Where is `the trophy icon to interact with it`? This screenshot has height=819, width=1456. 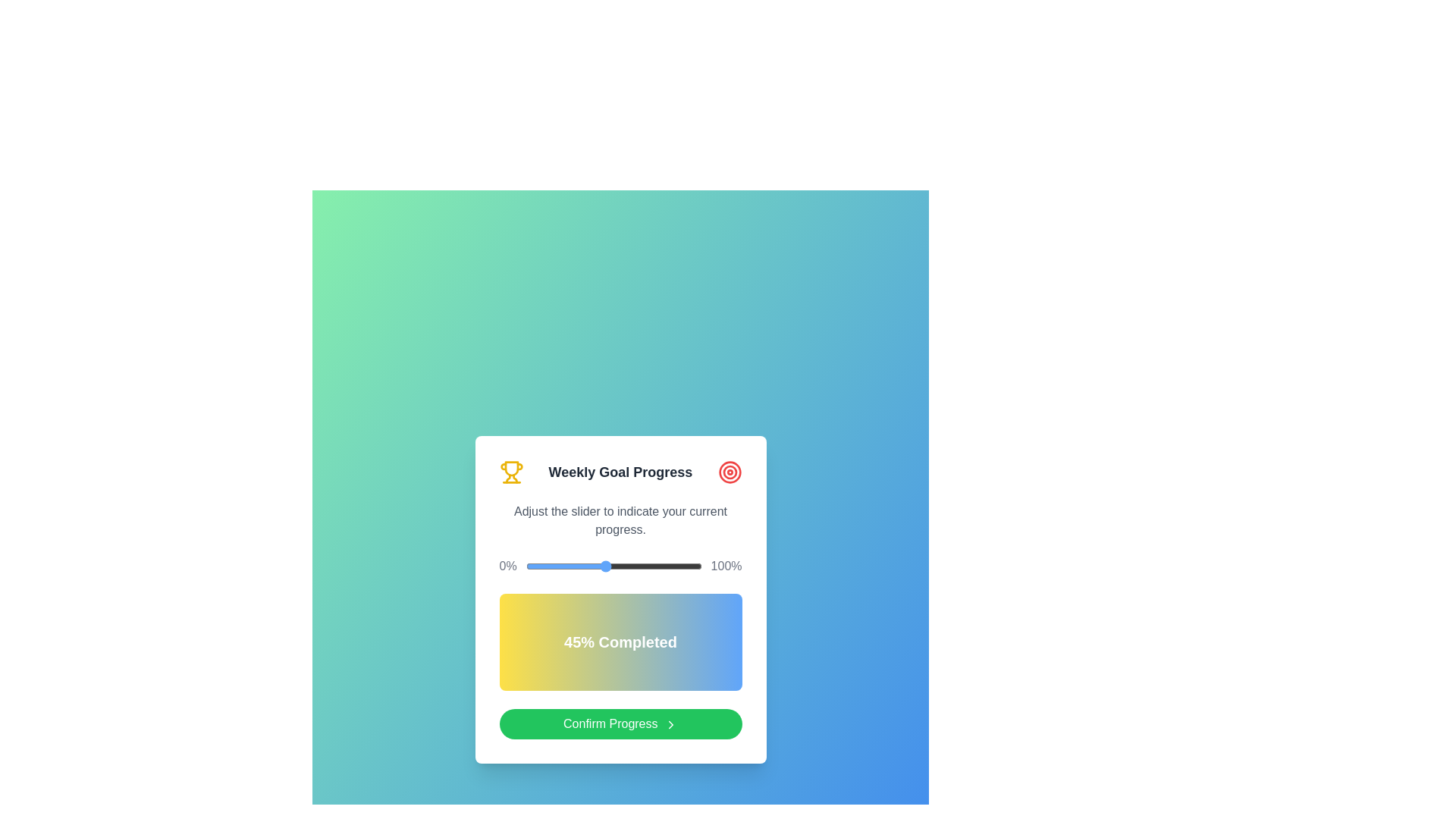 the trophy icon to interact with it is located at coordinates (511, 472).